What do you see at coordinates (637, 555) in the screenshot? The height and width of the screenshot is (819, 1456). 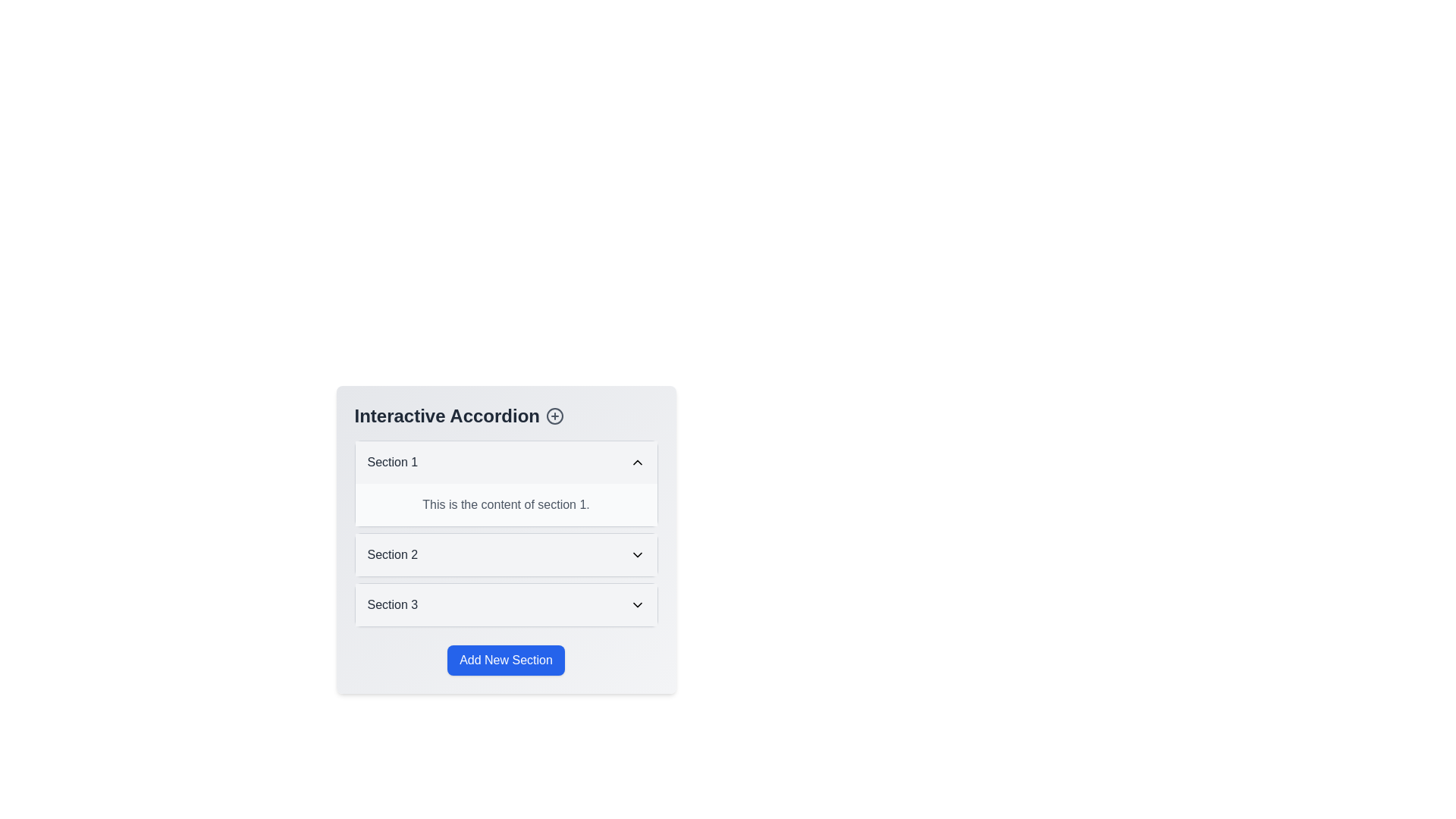 I see `the downward-facing chevron icon button located to the far right of the 'Section 2' header in the accordion interface` at bounding box center [637, 555].